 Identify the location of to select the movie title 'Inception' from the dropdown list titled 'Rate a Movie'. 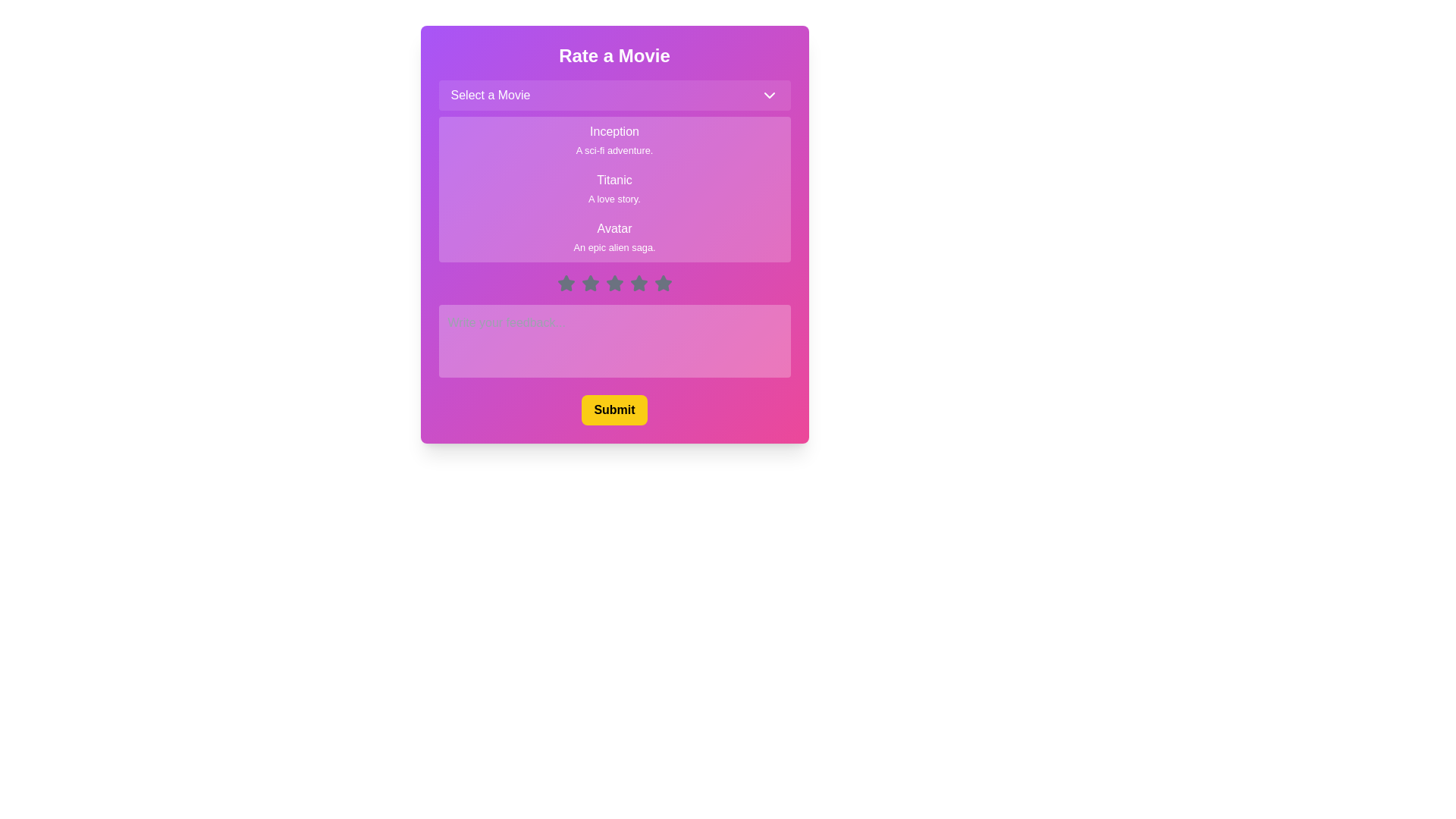
(614, 130).